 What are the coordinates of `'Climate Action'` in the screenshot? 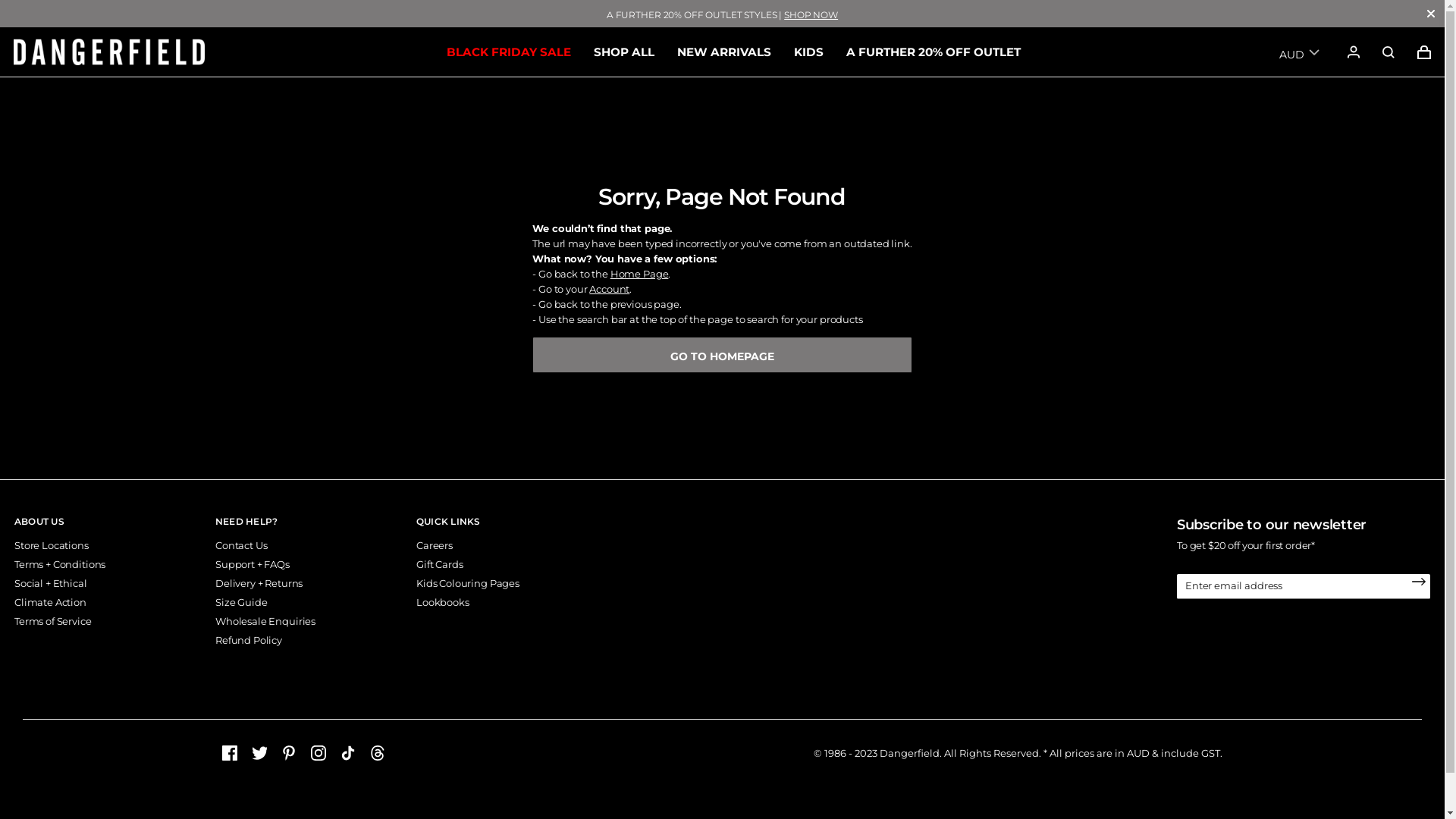 It's located at (50, 601).